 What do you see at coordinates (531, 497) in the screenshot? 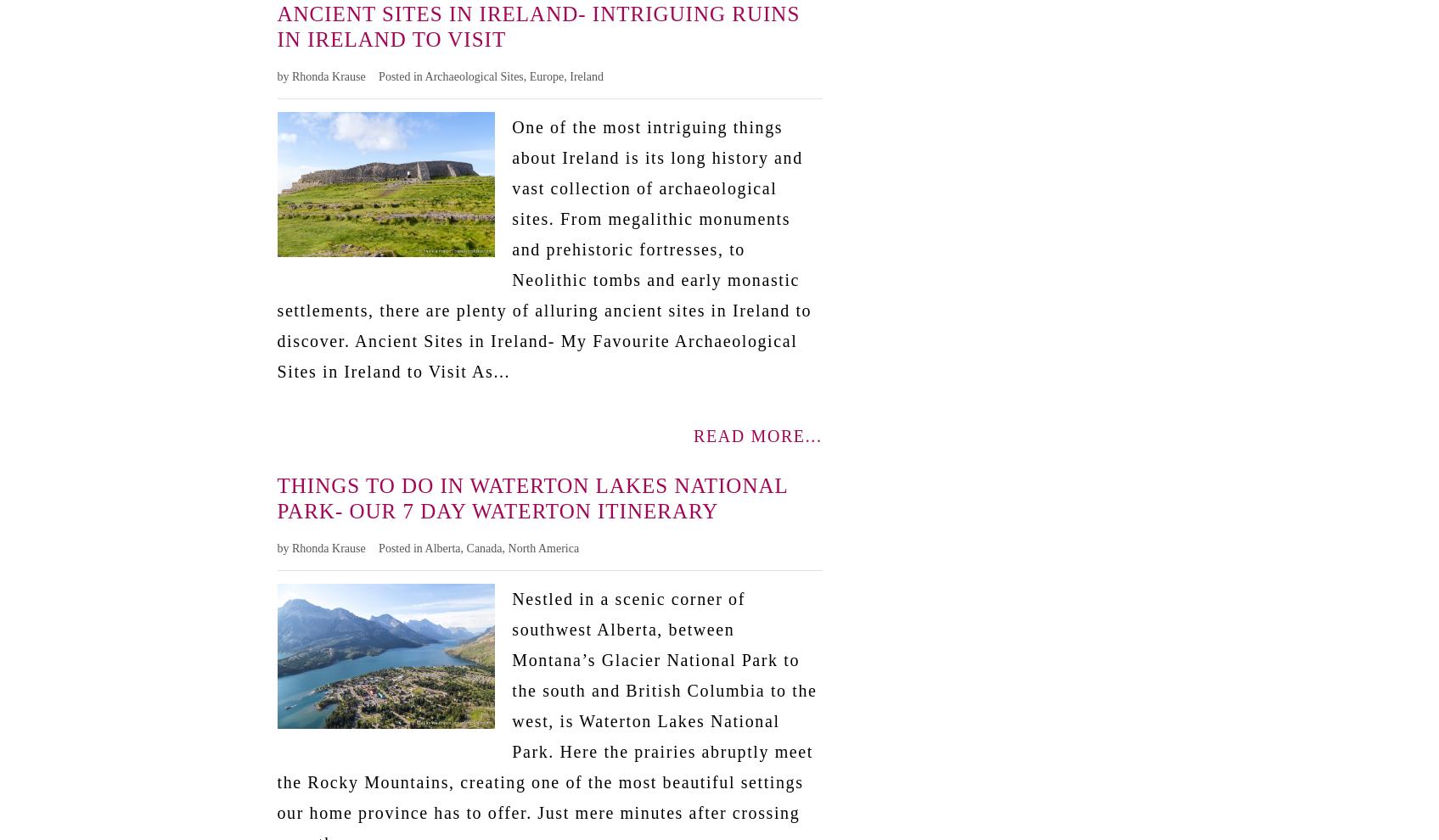
I see `'Things to Do in Waterton Lakes National Park- Our 7 Day Waterton Itinerary'` at bounding box center [531, 497].